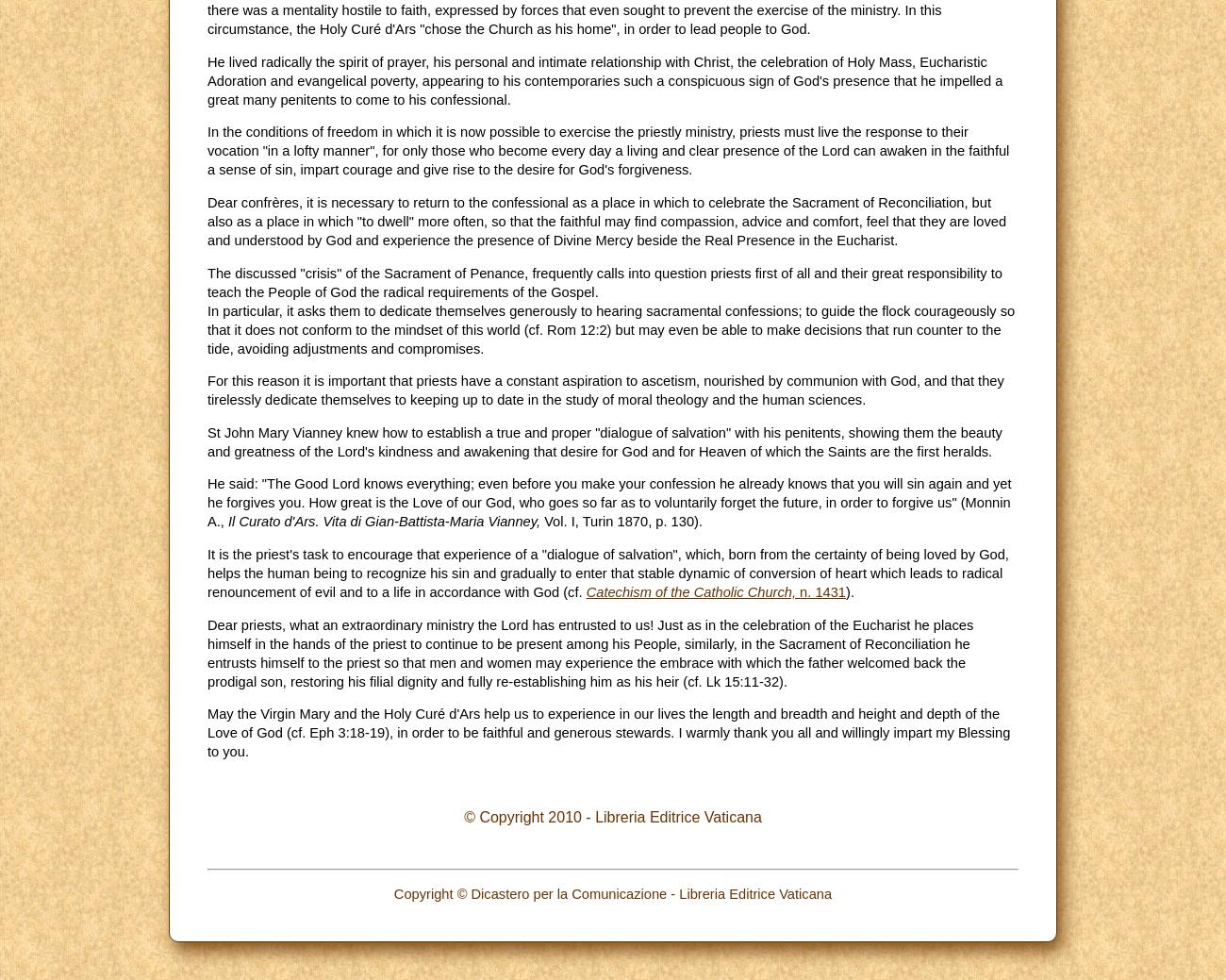  I want to click on 'He lived radically the spirit of prayer, his personal and intimate relationship with Christ, the celebration of Holy Mass, Eucharistic Adoration and evangelical poverty, appearing to his contemporaries such a conspicuous sign of God's presence that he impelled a great many penitents to come to his confessional.', so click(605, 78).